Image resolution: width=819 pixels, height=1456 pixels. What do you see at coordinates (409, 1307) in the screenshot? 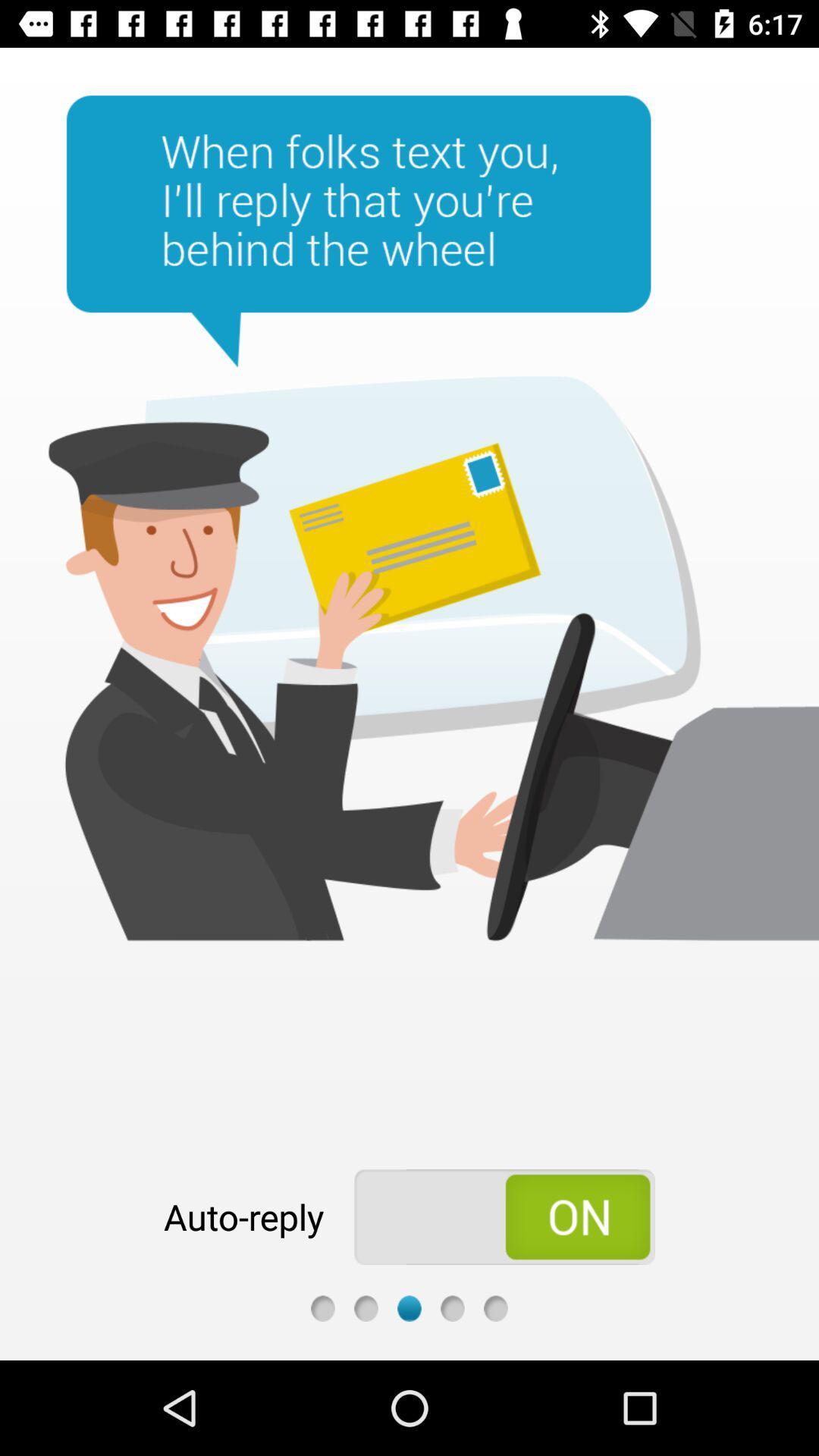
I see `web page dot` at bounding box center [409, 1307].